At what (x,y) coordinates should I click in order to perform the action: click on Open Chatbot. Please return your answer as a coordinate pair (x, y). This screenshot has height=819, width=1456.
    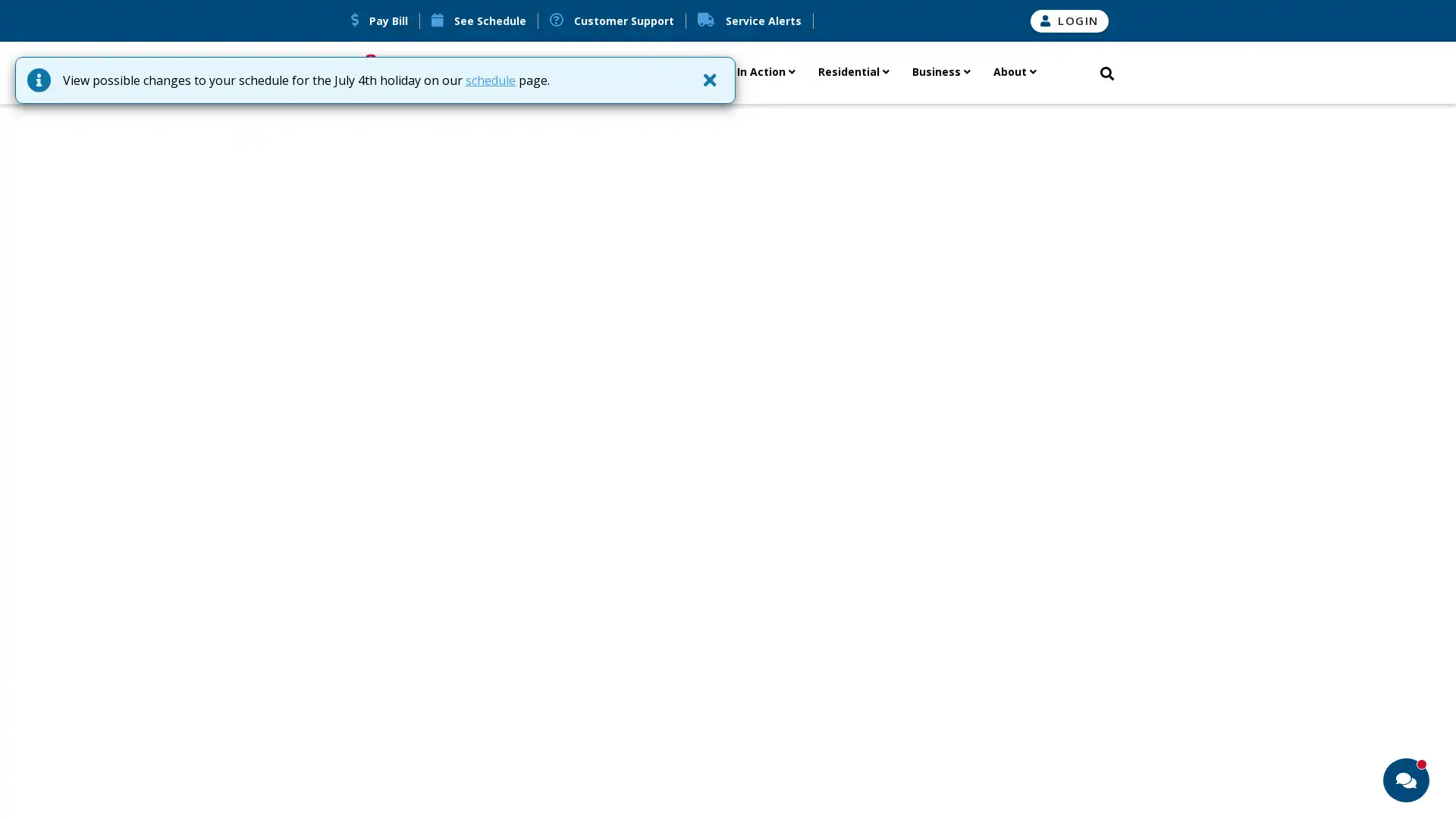
    Looking at the image, I should click on (1405, 780).